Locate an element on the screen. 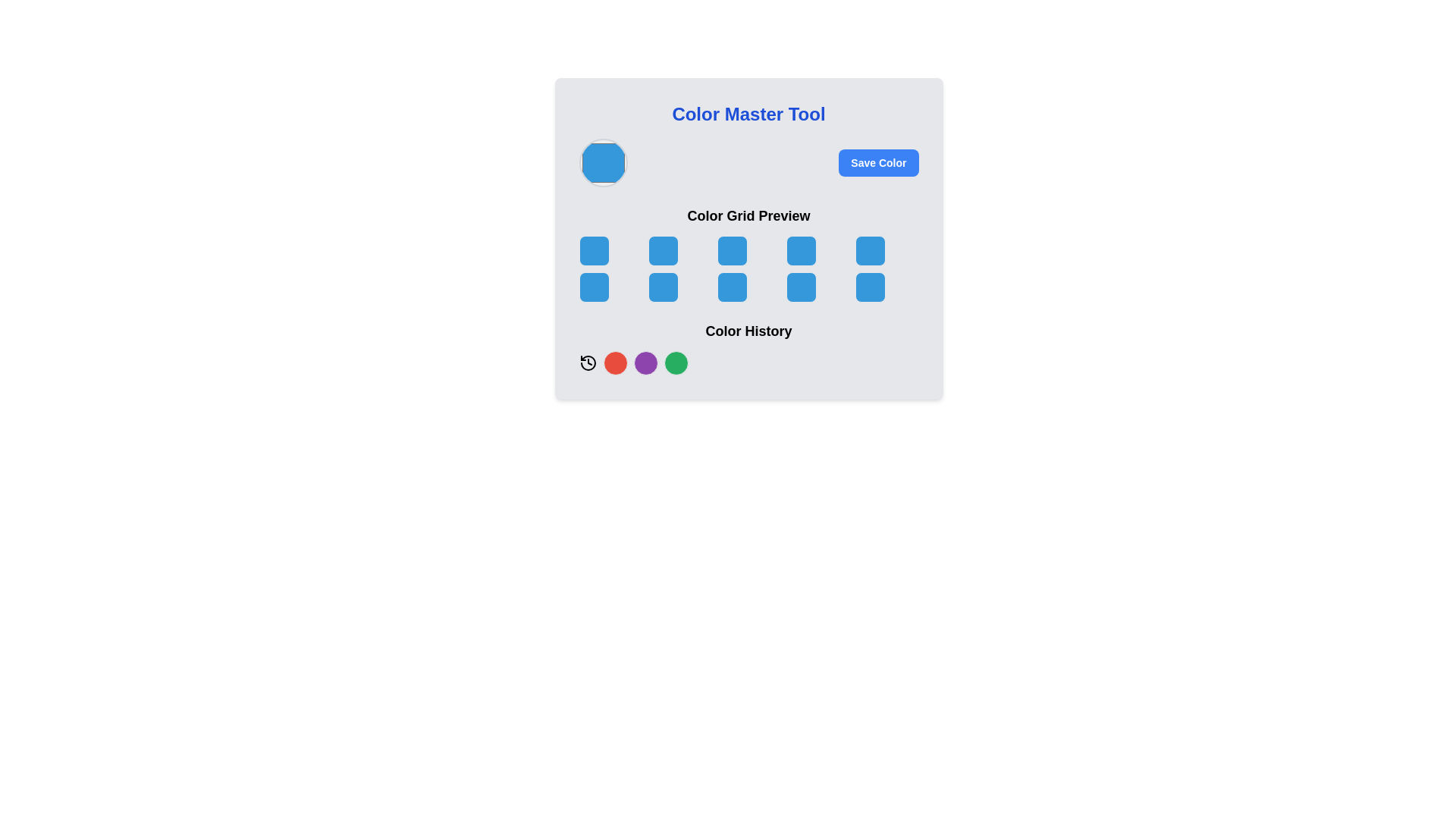 The width and height of the screenshot is (1456, 819). the fifth button in the first row of the color grid preview is located at coordinates (871, 250).